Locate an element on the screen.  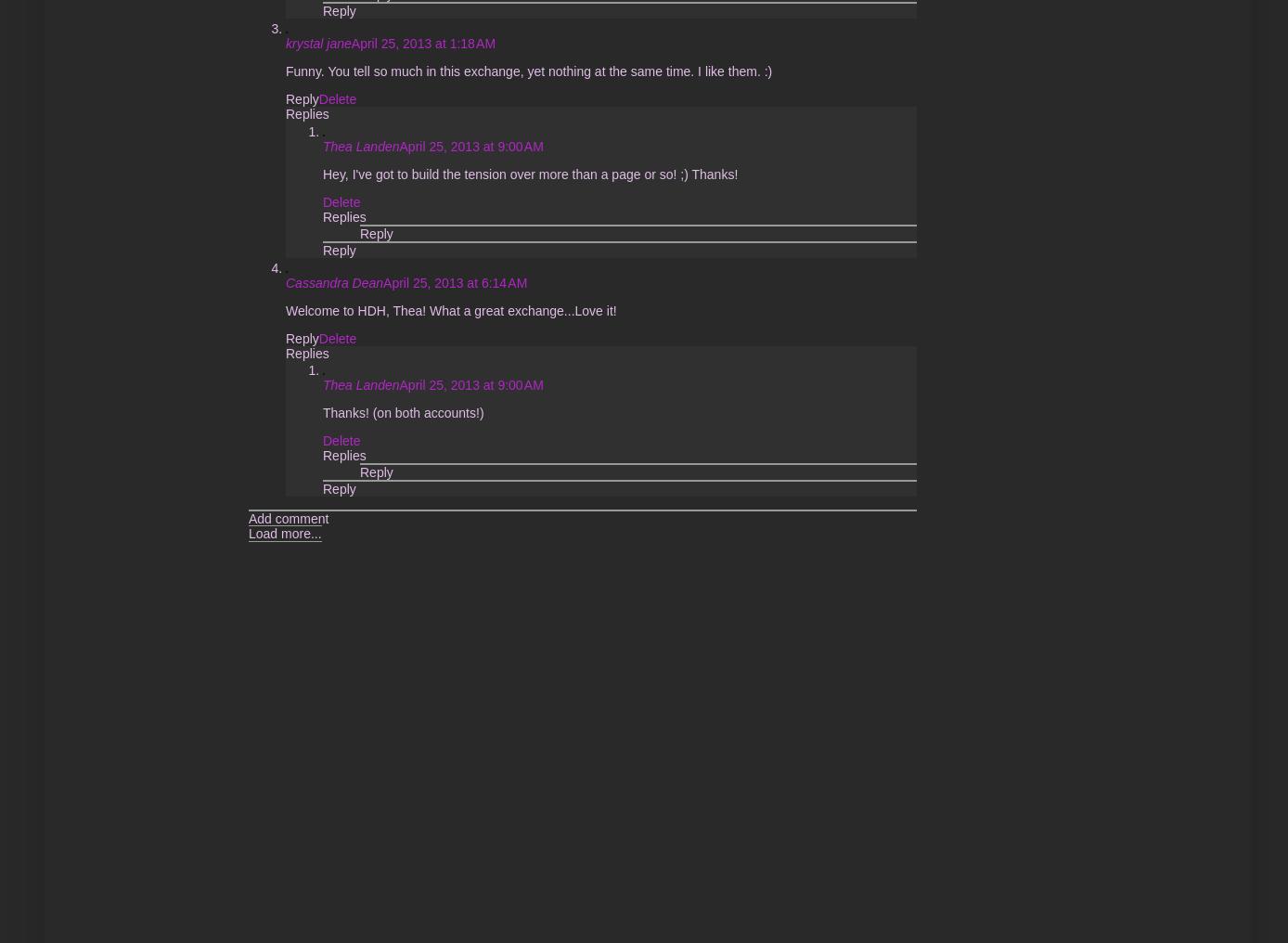
'Welcome to HDH, Thea! What a great exchange...Love it!' is located at coordinates (450, 309).